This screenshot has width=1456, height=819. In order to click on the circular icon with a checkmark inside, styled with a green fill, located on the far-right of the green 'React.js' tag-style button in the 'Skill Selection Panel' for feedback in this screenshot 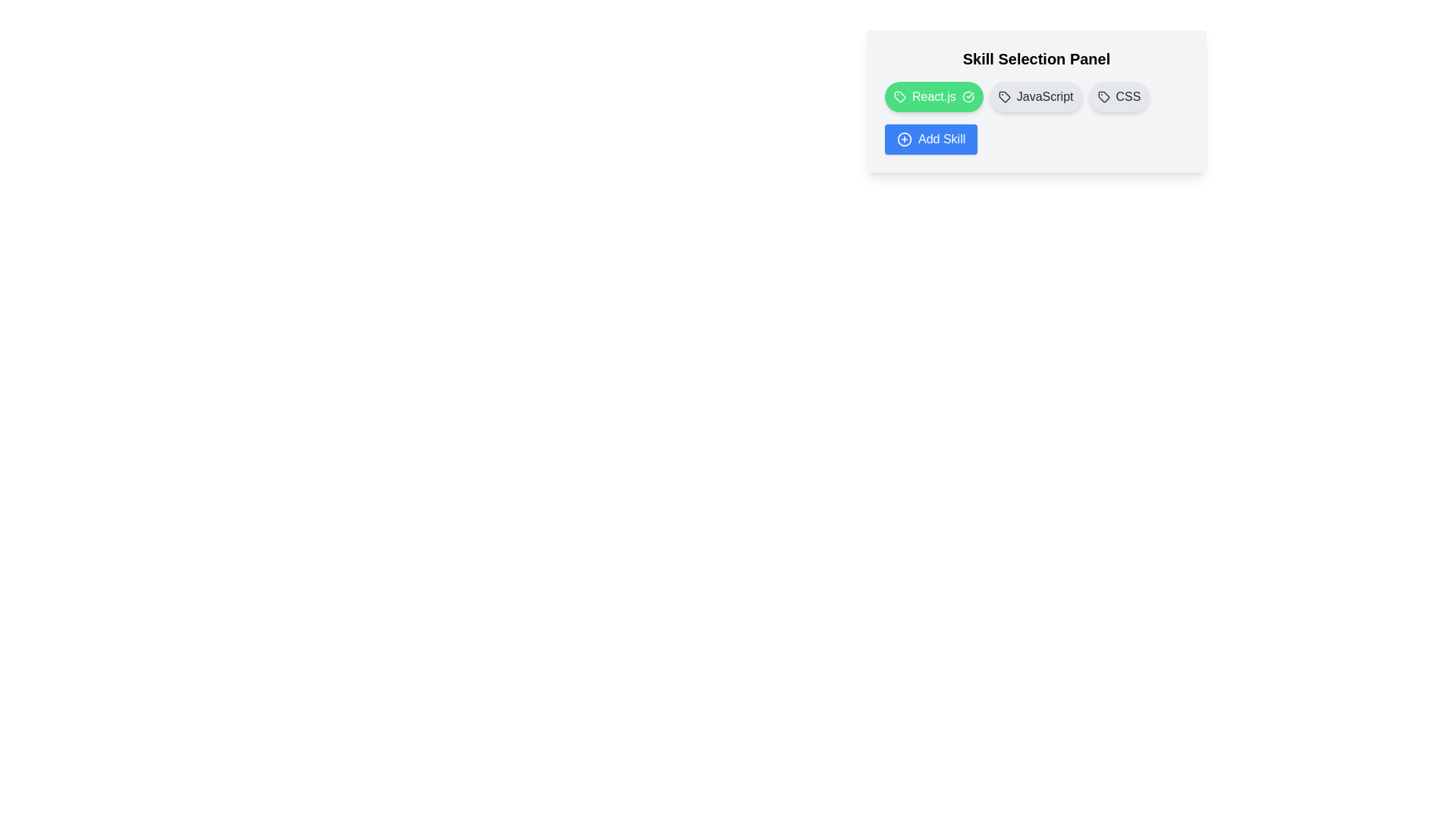, I will do `click(967, 96)`.